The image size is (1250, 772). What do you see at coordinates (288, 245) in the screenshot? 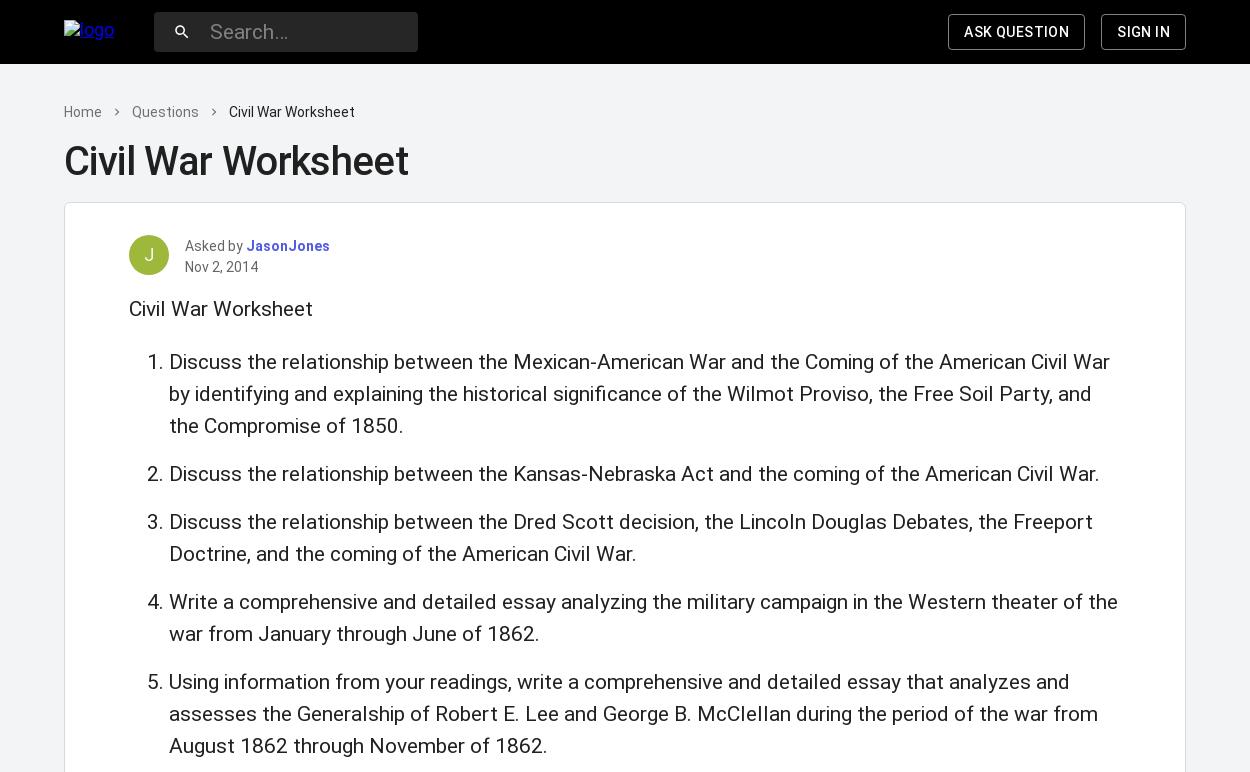
I see `'JasonJones'` at bounding box center [288, 245].